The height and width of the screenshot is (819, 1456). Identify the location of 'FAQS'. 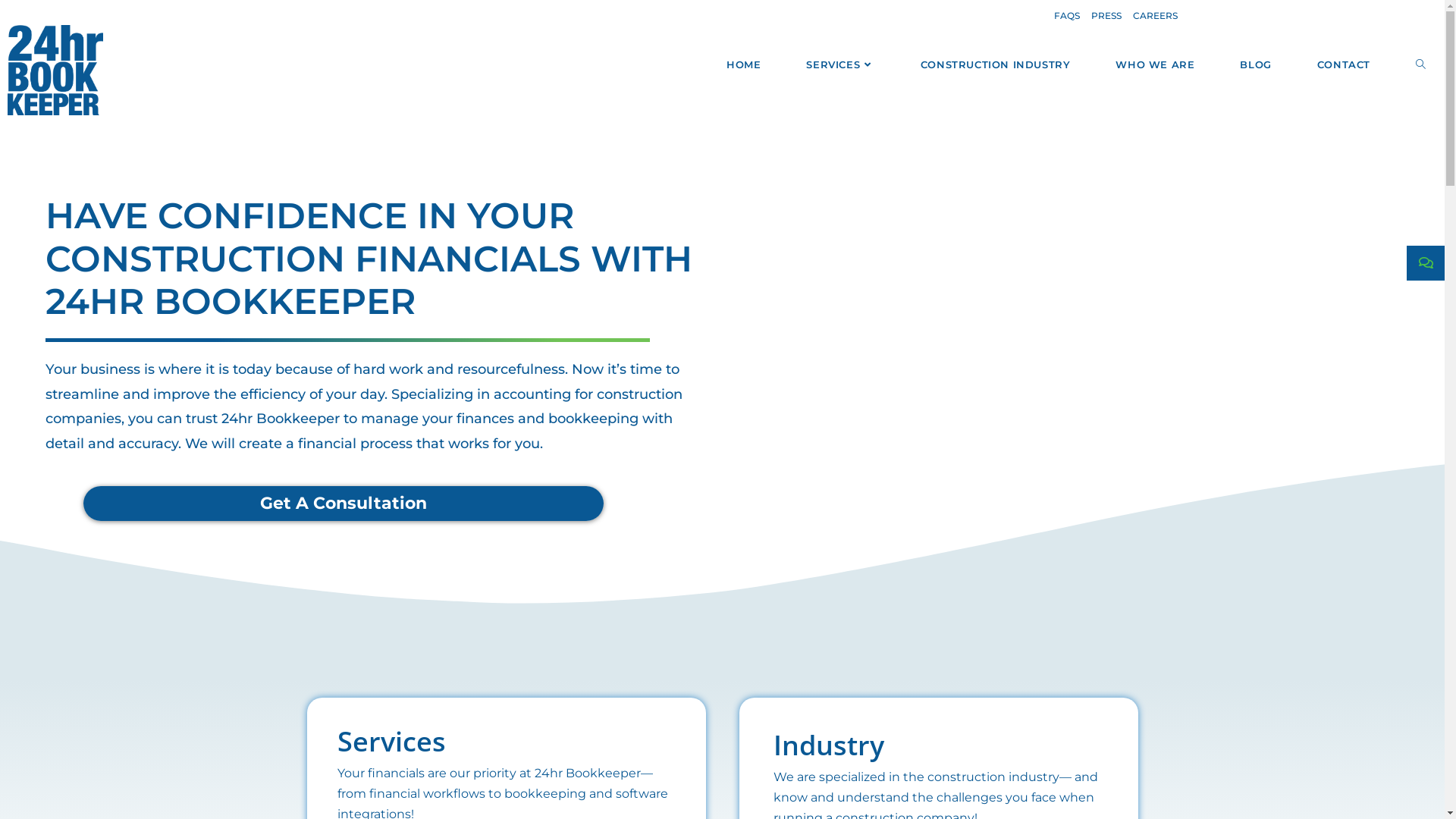
(1065, 15).